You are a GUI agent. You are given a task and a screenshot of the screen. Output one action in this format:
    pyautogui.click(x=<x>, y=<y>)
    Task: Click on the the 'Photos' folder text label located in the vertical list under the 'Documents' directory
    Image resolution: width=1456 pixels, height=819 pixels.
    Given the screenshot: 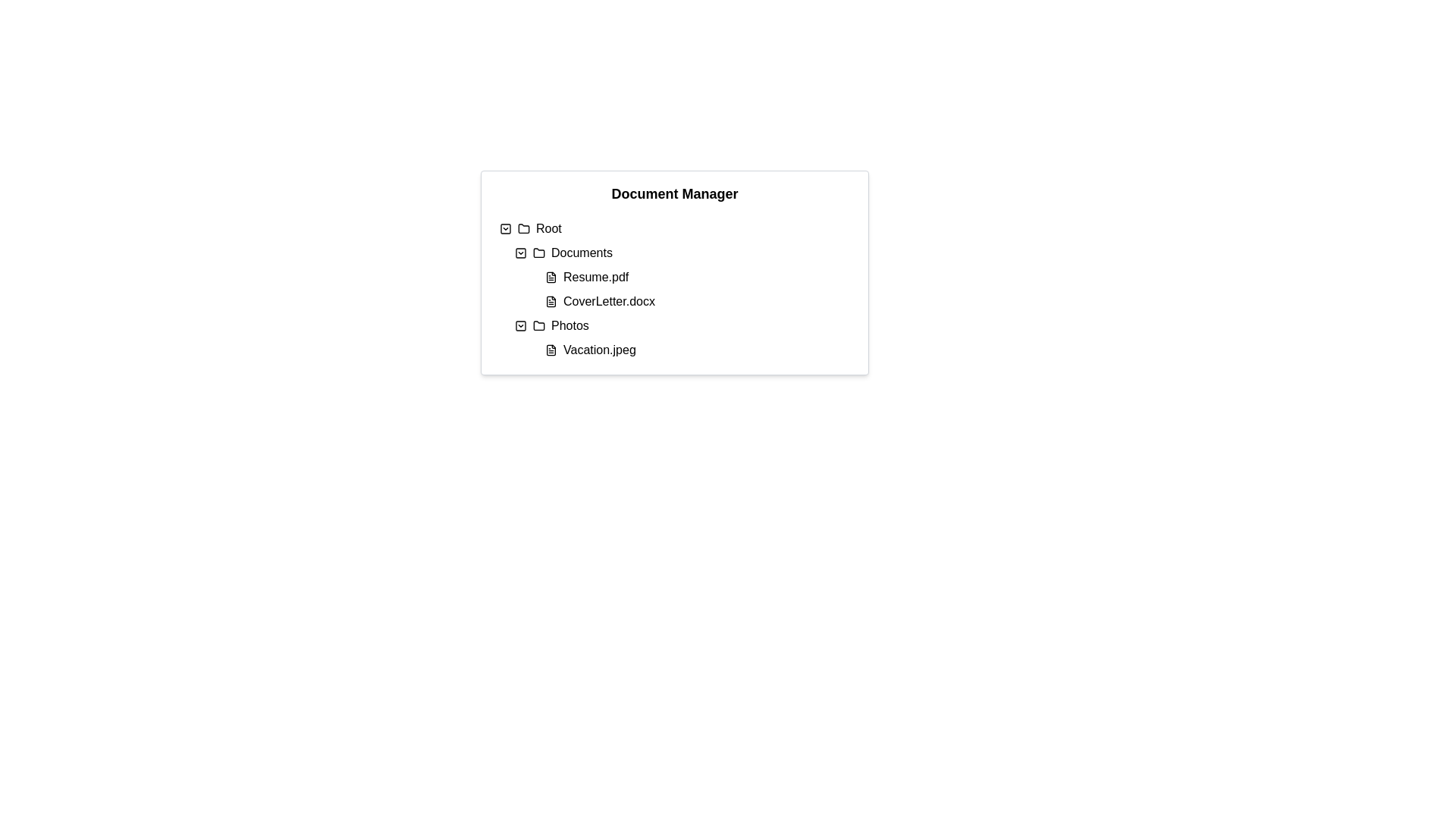 What is the action you would take?
    pyautogui.click(x=569, y=325)
    